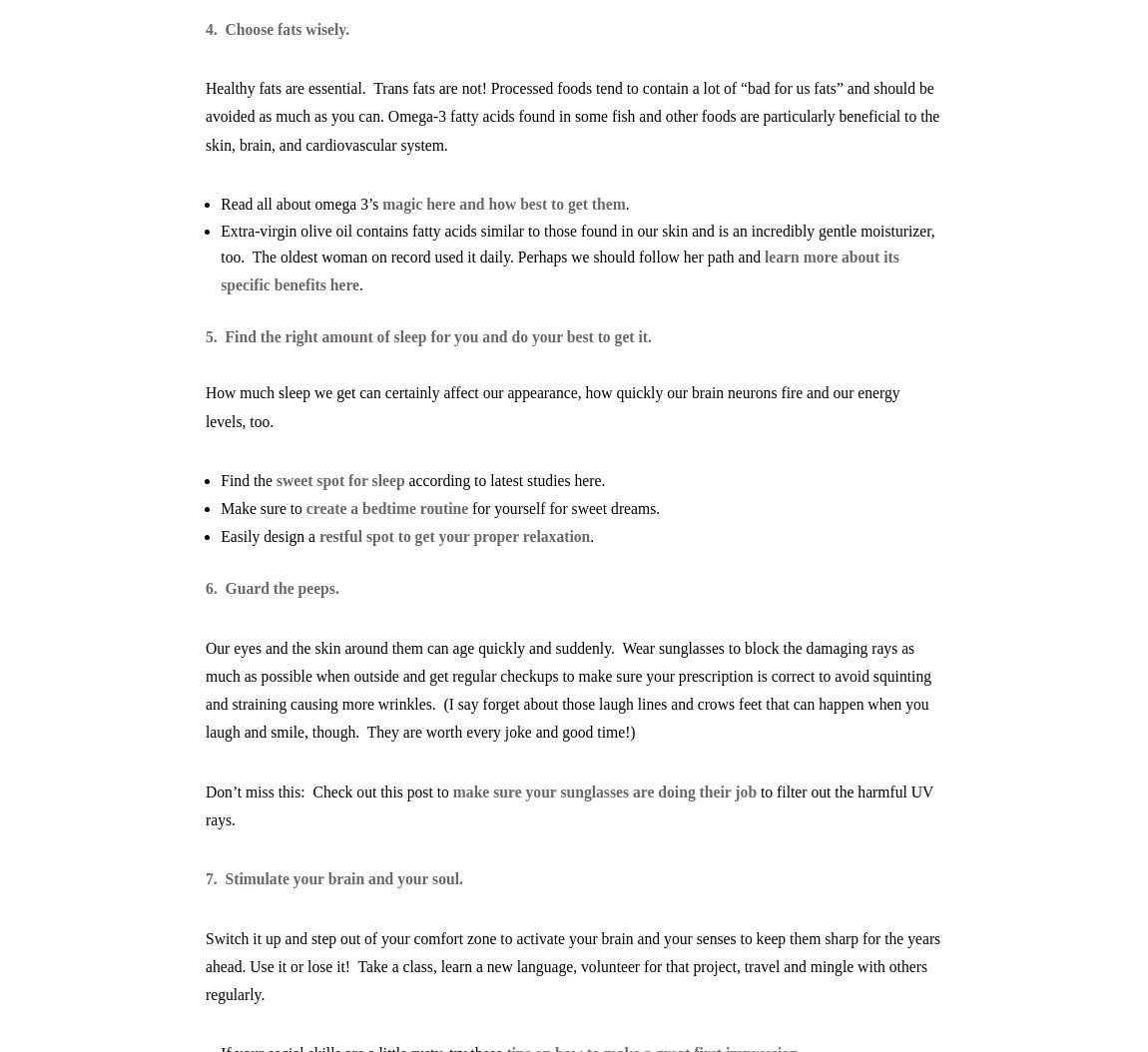  What do you see at coordinates (603, 789) in the screenshot?
I see `'make sure your sunglasses are doing their job'` at bounding box center [603, 789].